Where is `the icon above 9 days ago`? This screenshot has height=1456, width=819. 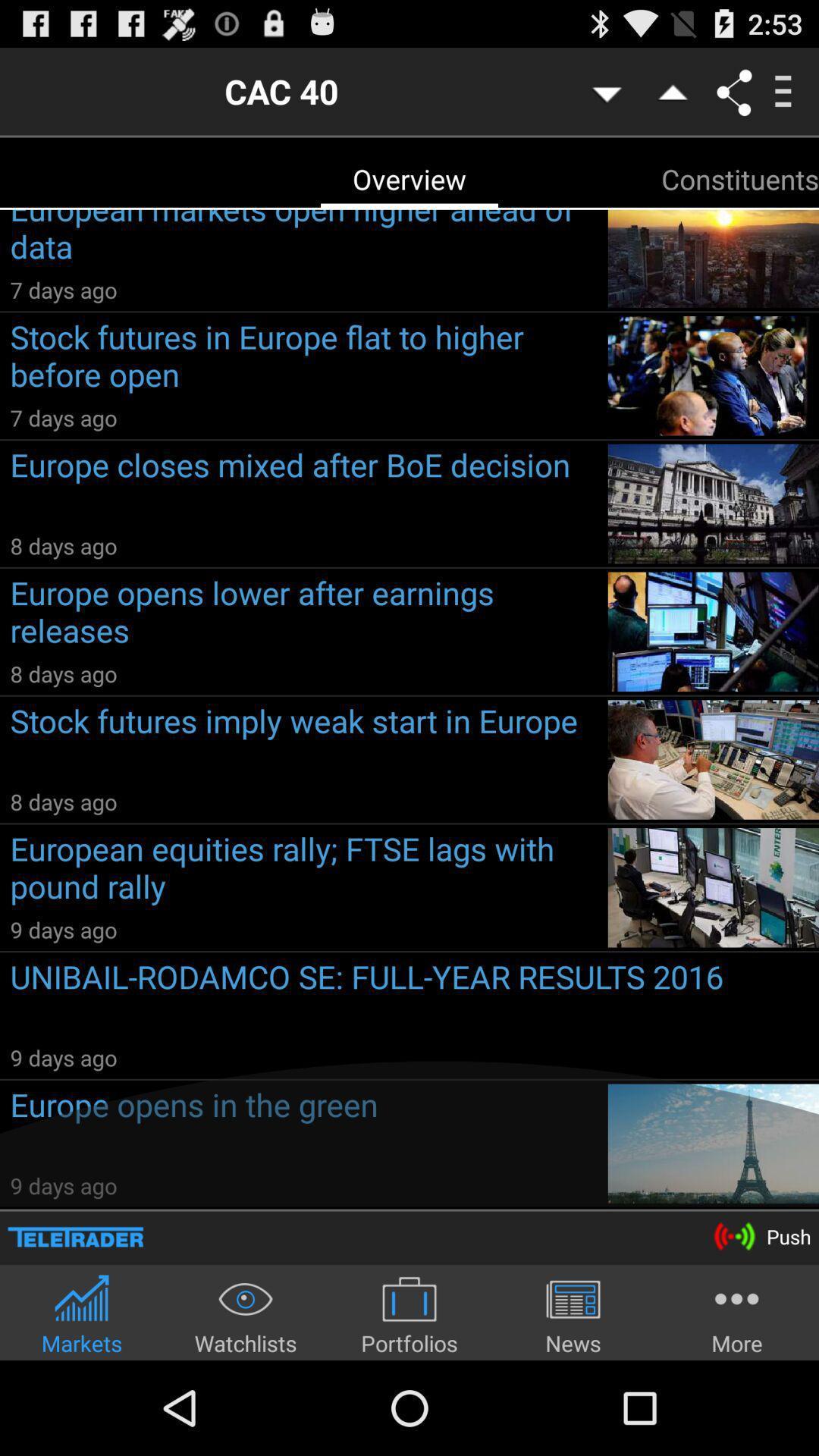
the icon above 9 days ago is located at coordinates (414, 998).